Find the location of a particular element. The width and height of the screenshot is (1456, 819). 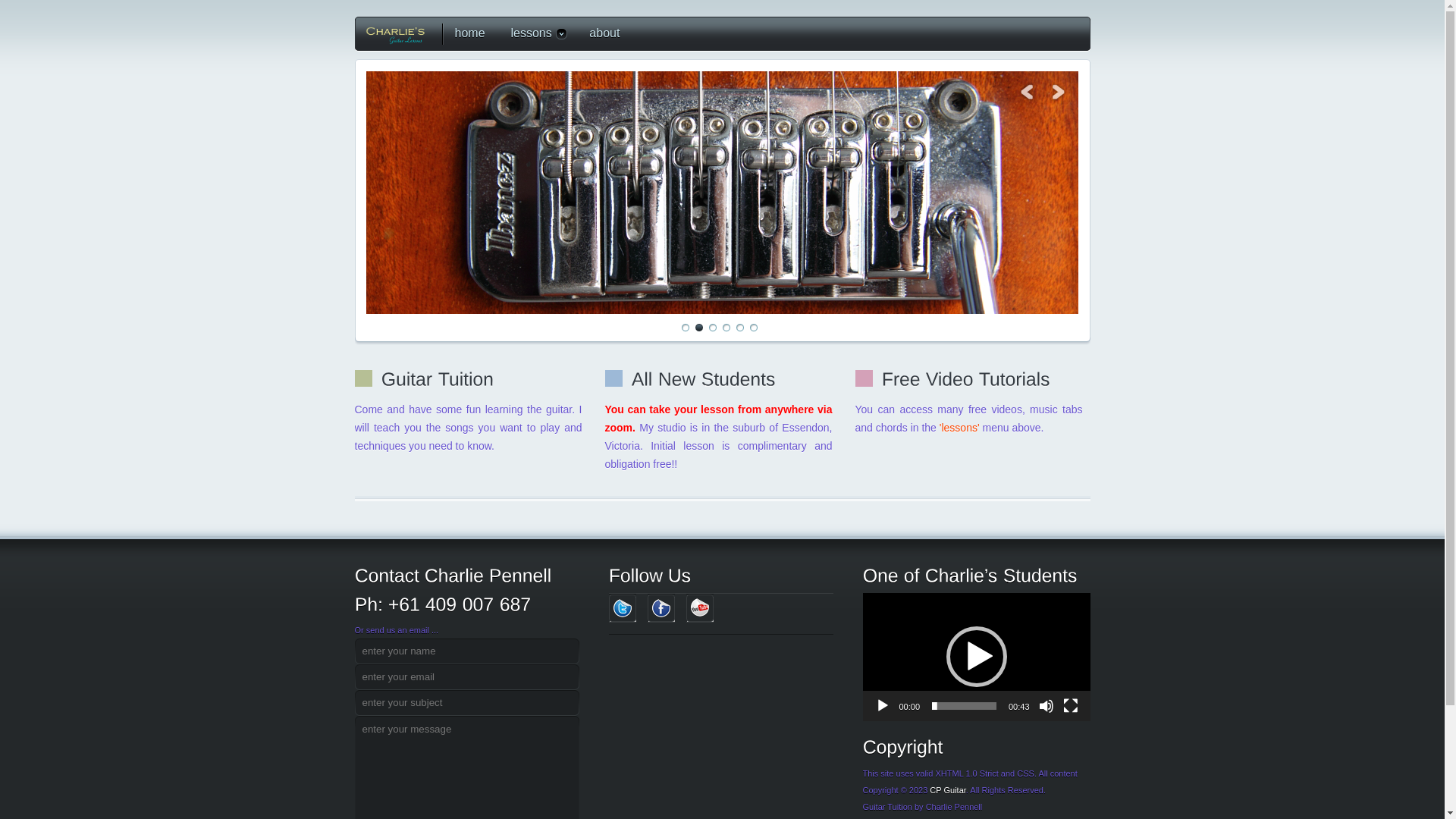

'1' is located at coordinates (679, 327).